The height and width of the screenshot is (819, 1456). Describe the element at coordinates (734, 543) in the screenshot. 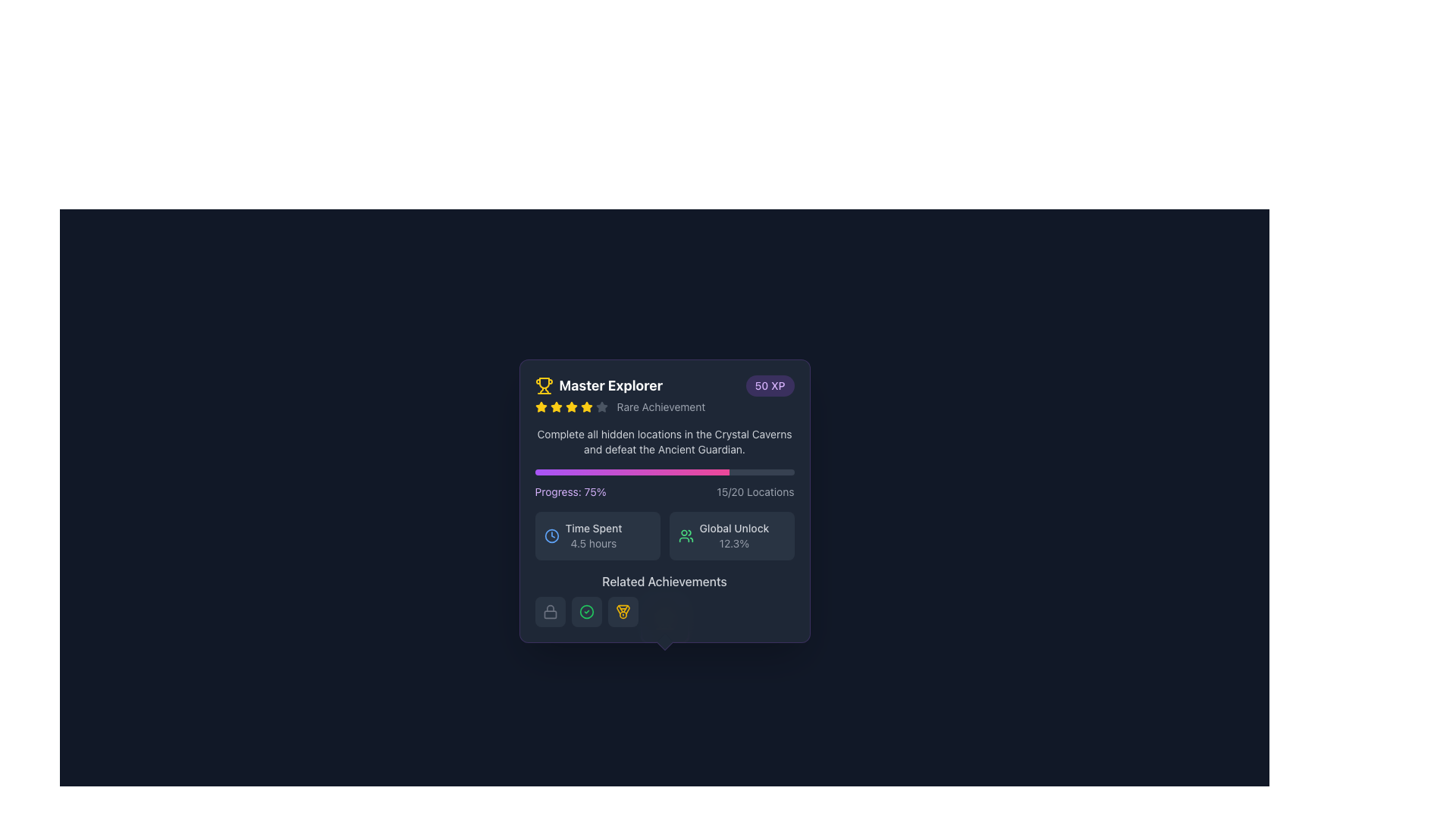

I see `the text label displaying '12.3%' which is styled with a small font size and gray color, located below the 'Global Unlock' text` at that location.